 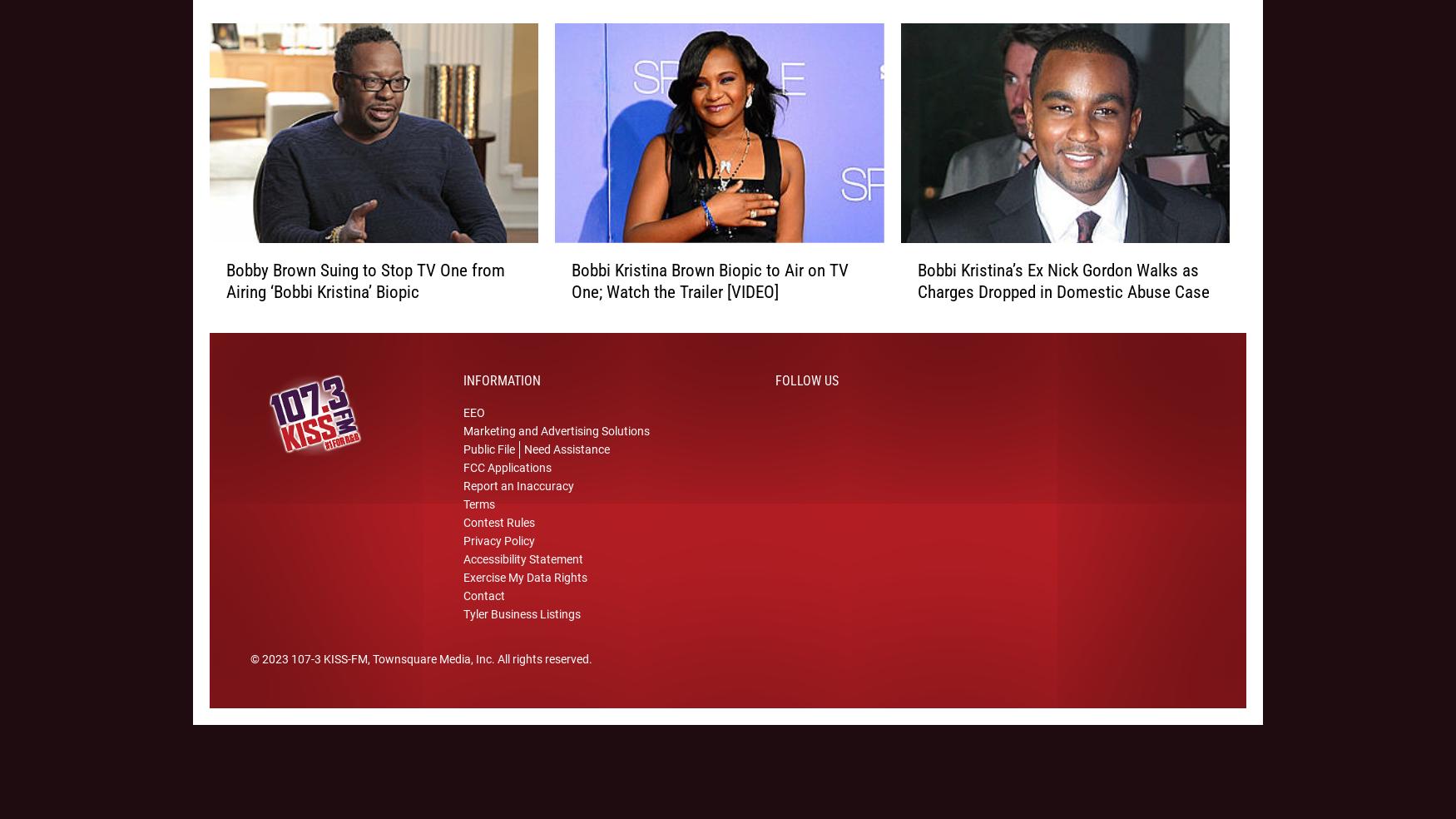 I want to click on '107-3 KISS-FM', so click(x=329, y=679).